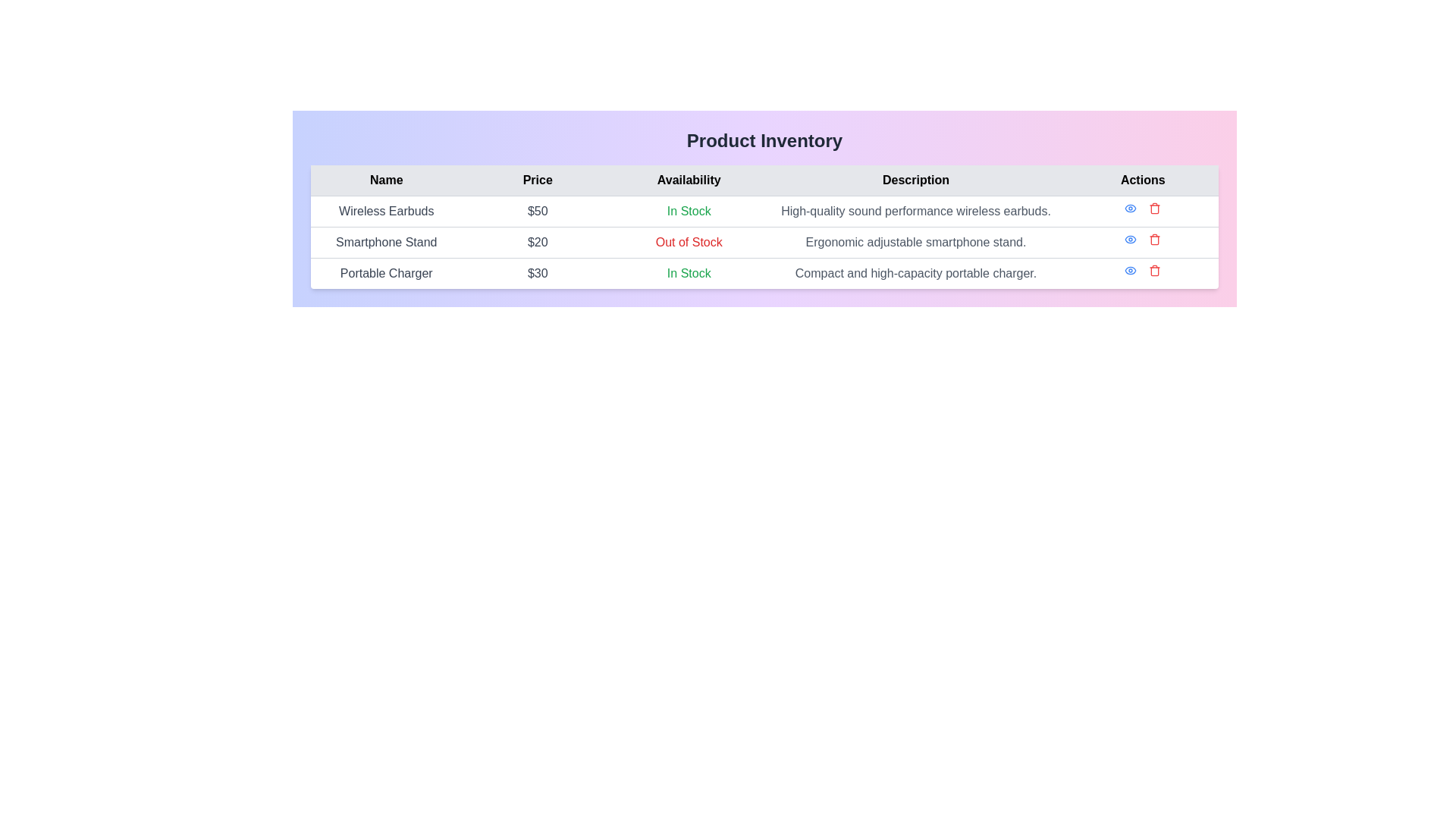  Describe the element at coordinates (688, 211) in the screenshot. I see `the static text label indicating the stock status of 'Wireless Earbuds', which shows 'In Stock' in the 'Availability' column of the product inventory table` at that location.